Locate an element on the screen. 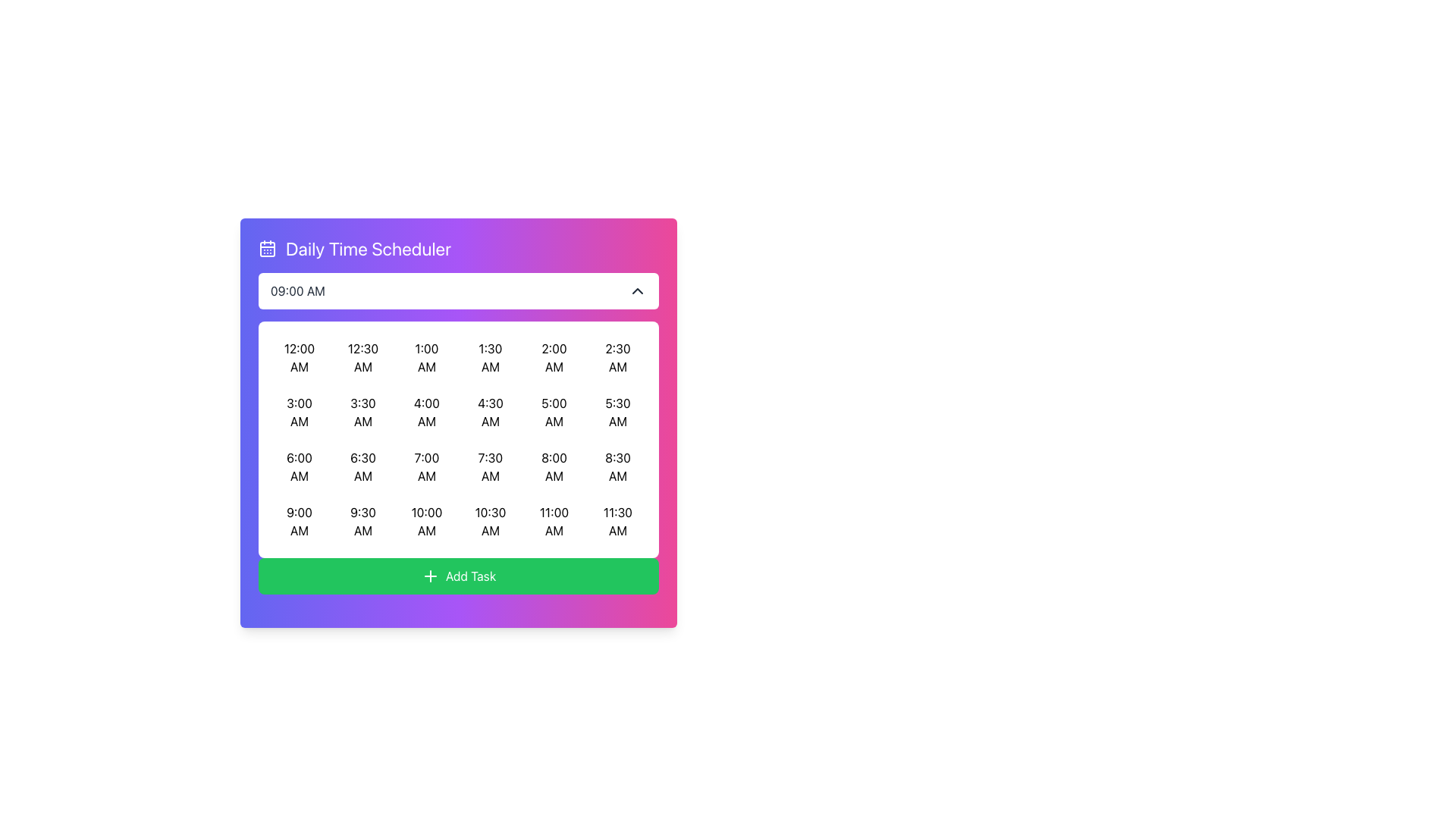 This screenshot has height=819, width=1456. the time slot button labeled '3:30 AM' located in the second row and second column of the Daily Time Scheduler grid is located at coordinates (362, 412).